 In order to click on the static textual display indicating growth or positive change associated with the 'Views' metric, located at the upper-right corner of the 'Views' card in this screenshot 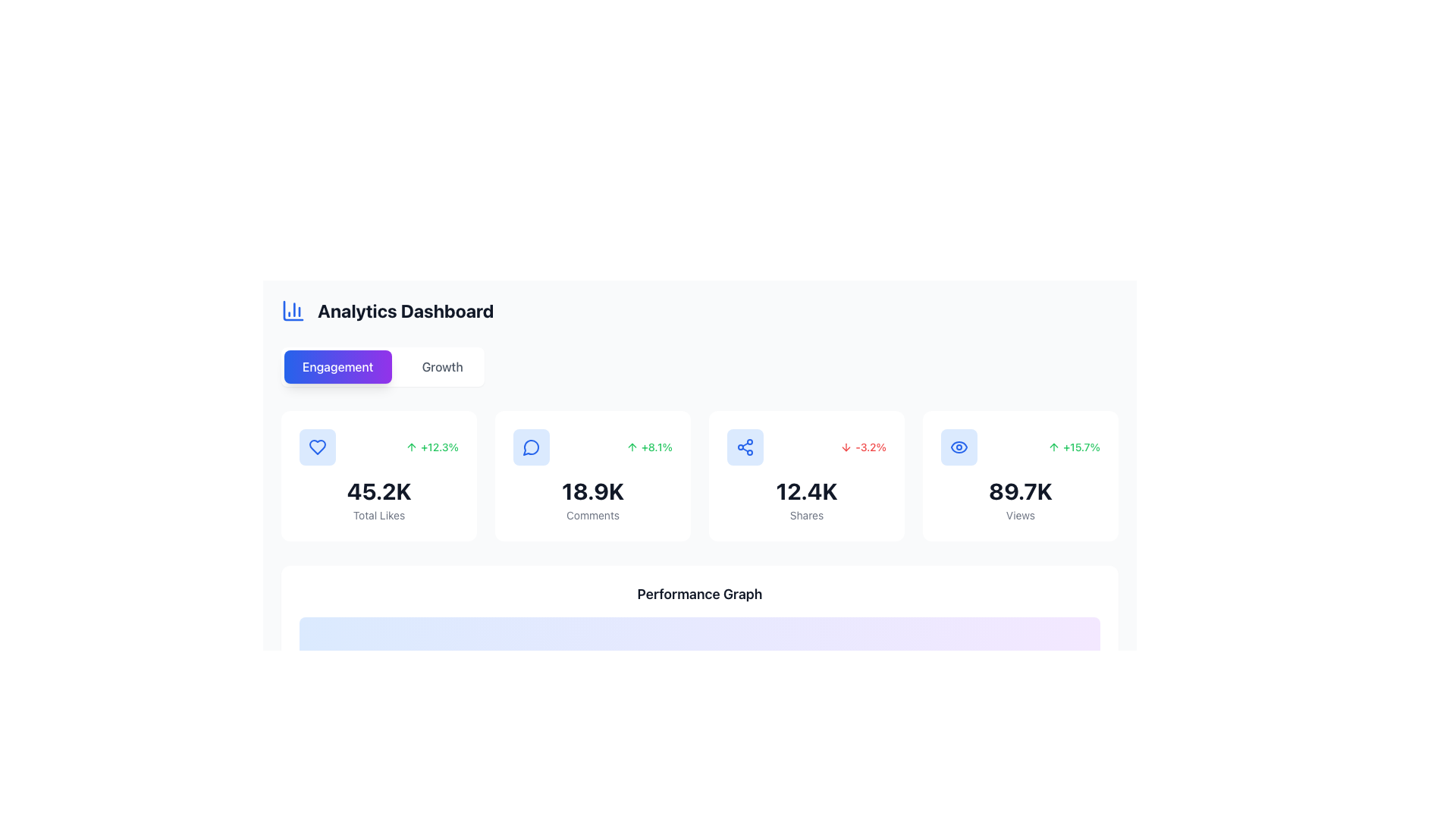, I will do `click(1073, 447)`.